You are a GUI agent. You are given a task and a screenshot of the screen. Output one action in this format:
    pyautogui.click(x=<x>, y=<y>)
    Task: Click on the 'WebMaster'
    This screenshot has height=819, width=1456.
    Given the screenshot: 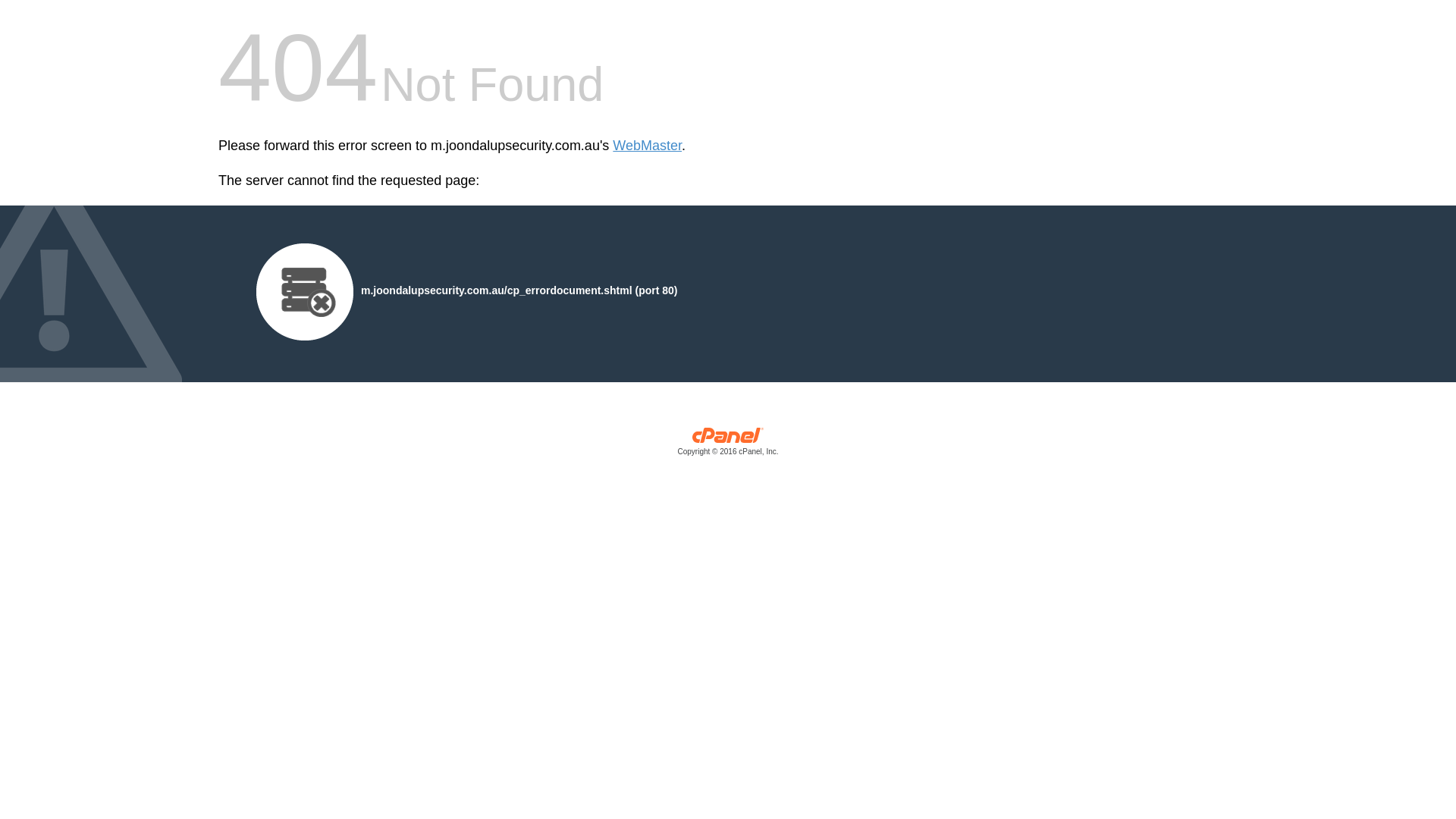 What is the action you would take?
    pyautogui.click(x=647, y=146)
    